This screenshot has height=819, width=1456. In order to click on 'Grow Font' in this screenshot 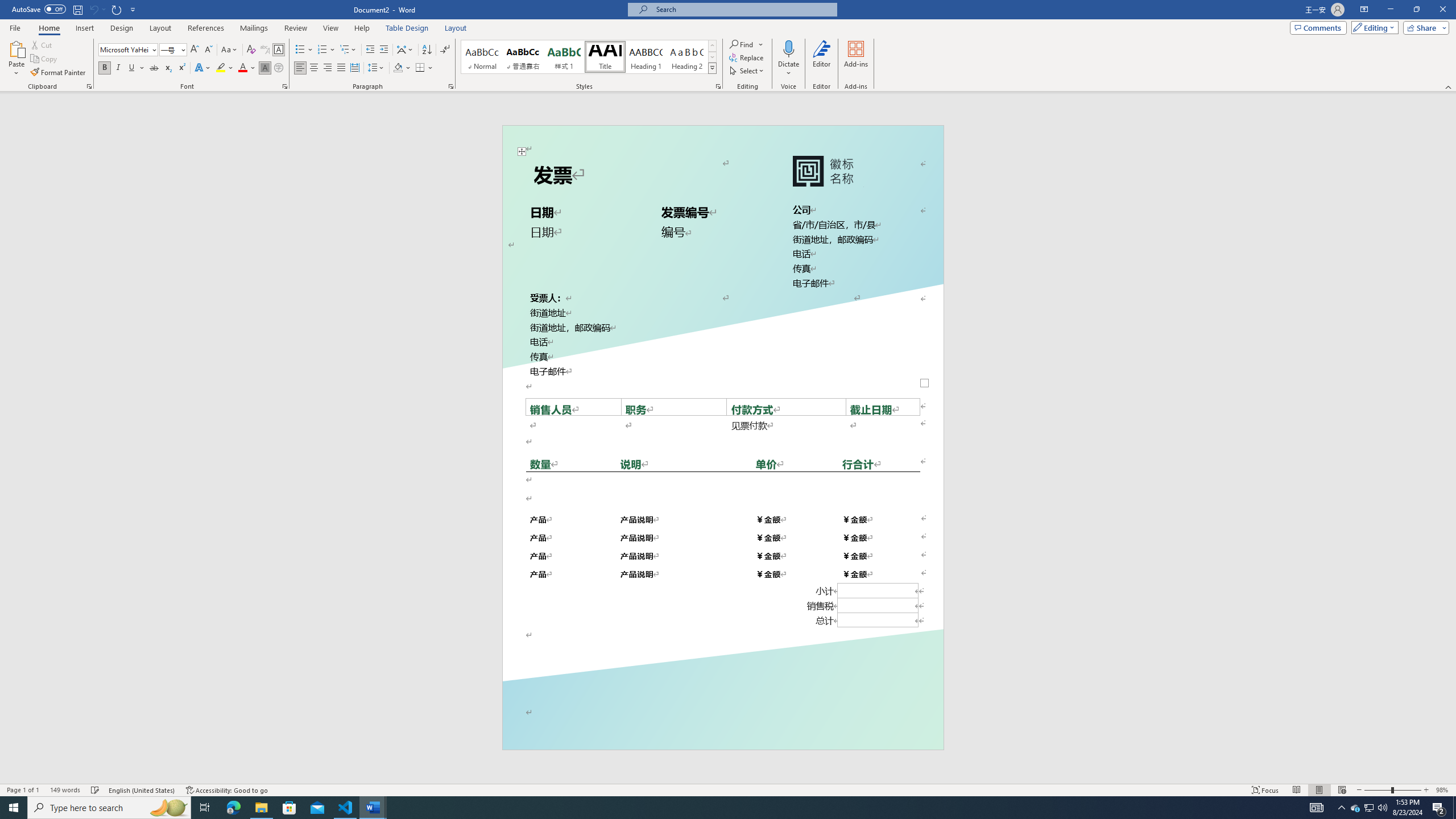, I will do `click(194, 49)`.